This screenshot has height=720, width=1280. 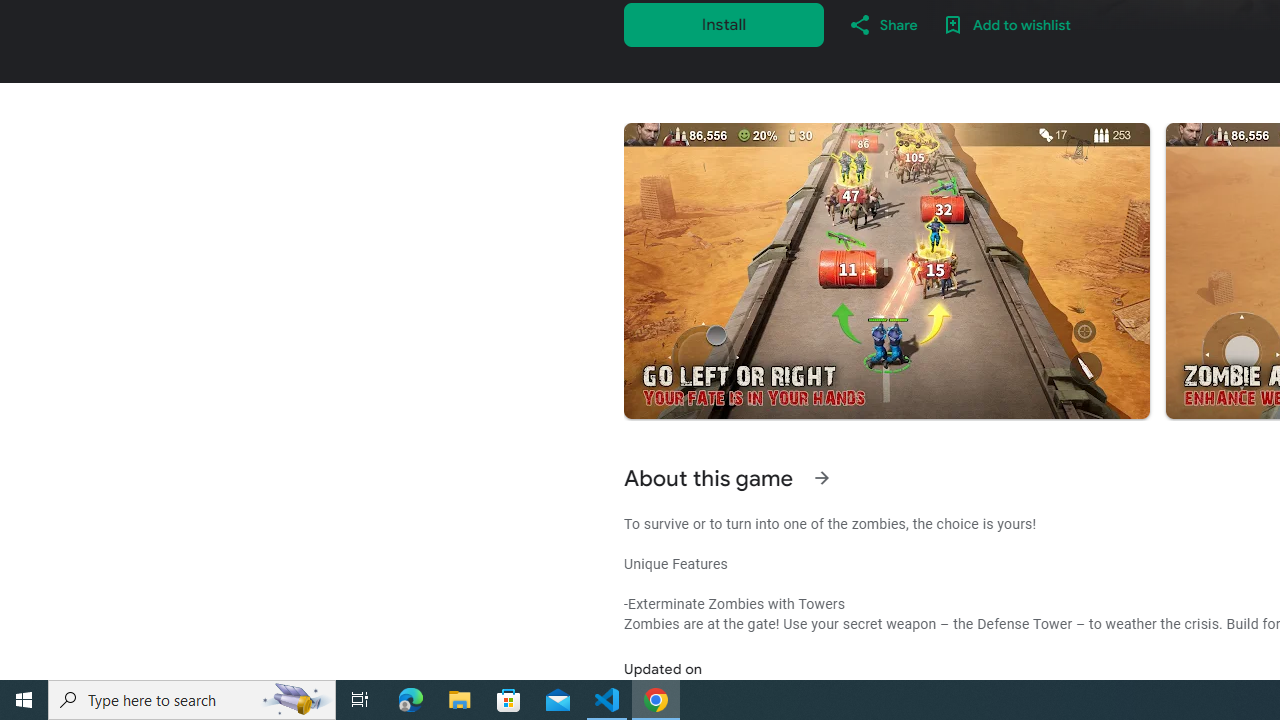 I want to click on 'Add to wishlist', so click(x=1006, y=24).